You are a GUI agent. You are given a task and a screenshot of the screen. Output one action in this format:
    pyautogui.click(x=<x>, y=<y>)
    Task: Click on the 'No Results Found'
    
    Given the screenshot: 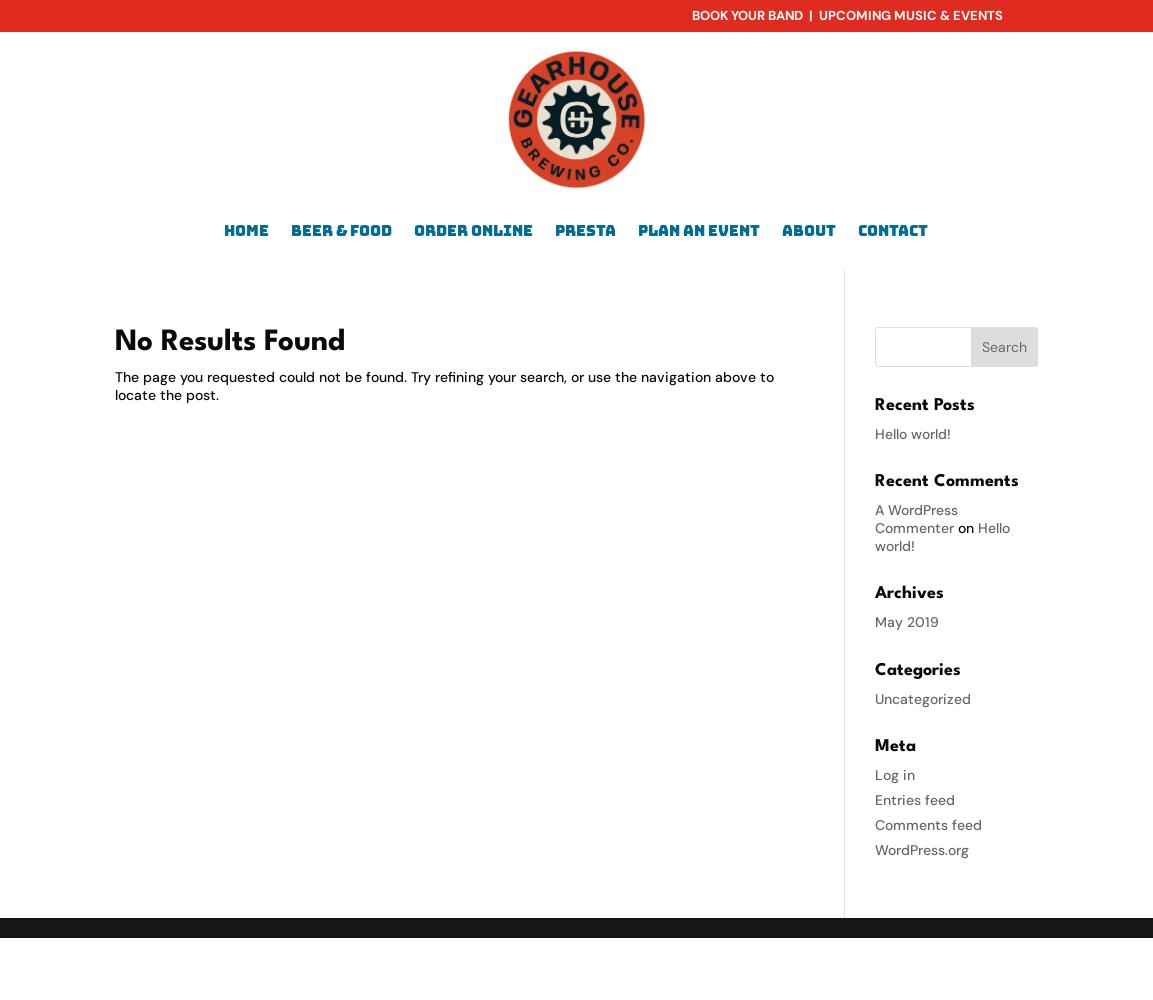 What is the action you would take?
    pyautogui.click(x=230, y=340)
    